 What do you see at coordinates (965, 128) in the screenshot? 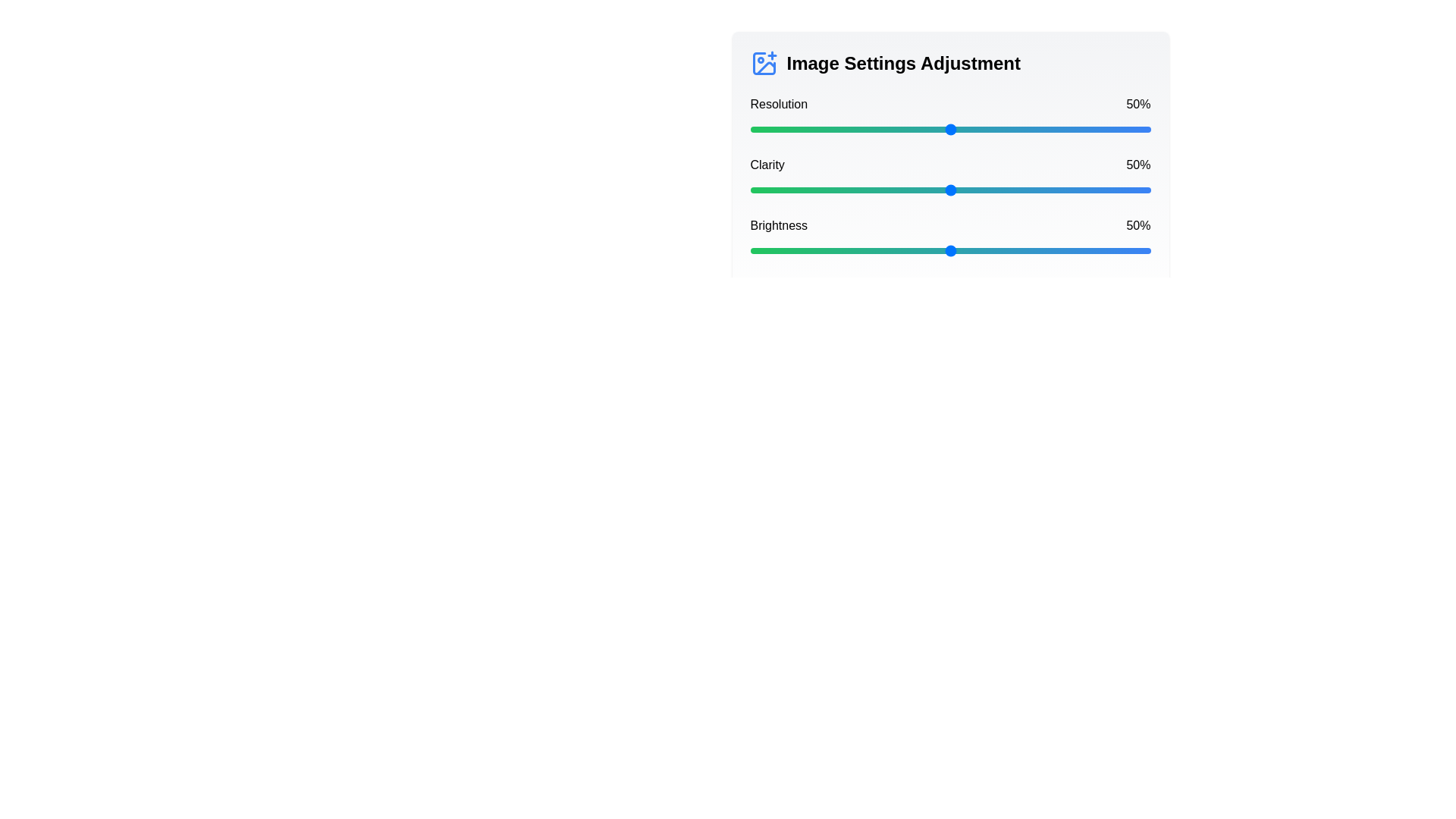
I see `the resolution slider to 54%` at bounding box center [965, 128].